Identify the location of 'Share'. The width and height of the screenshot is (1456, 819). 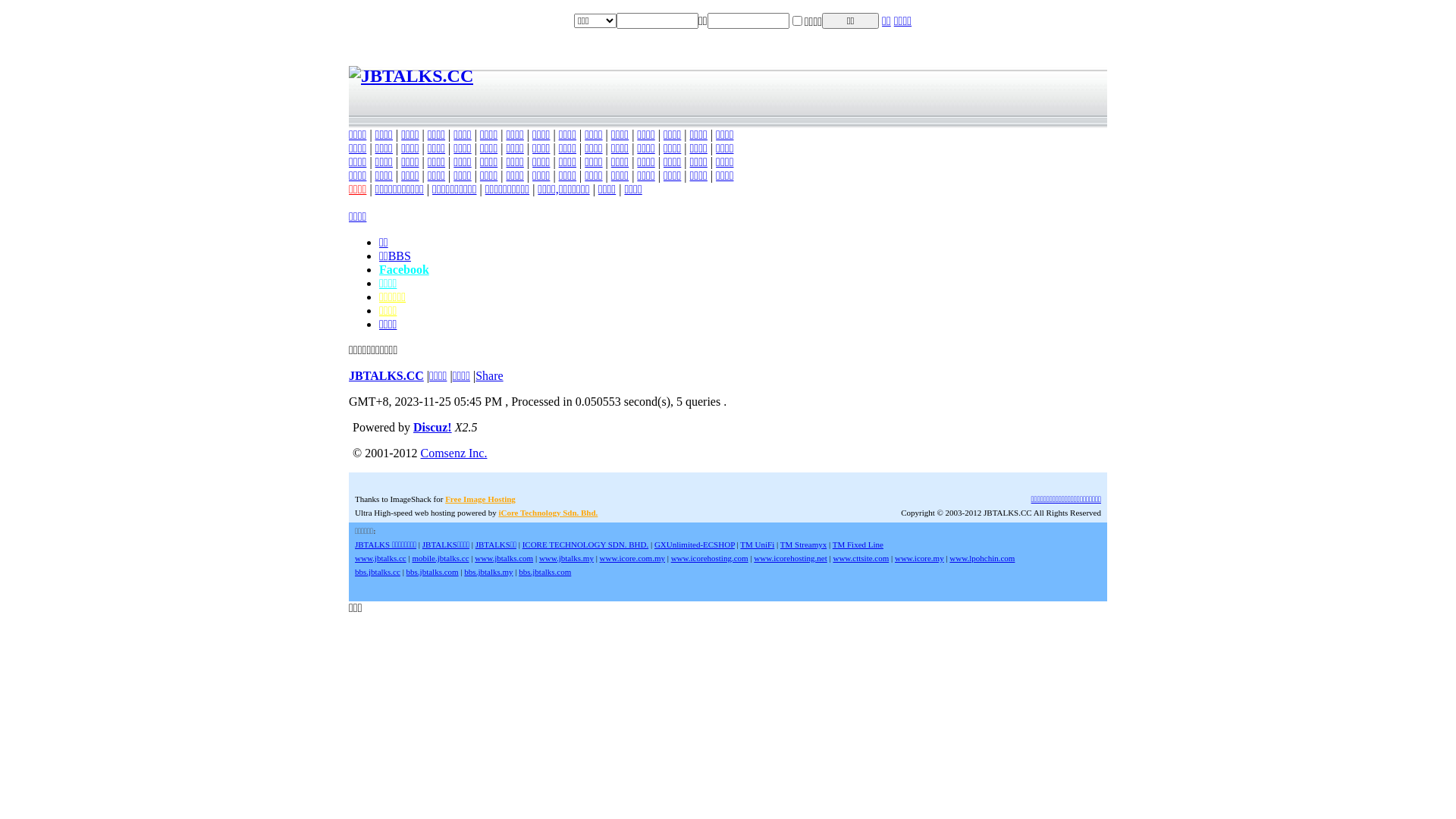
(488, 375).